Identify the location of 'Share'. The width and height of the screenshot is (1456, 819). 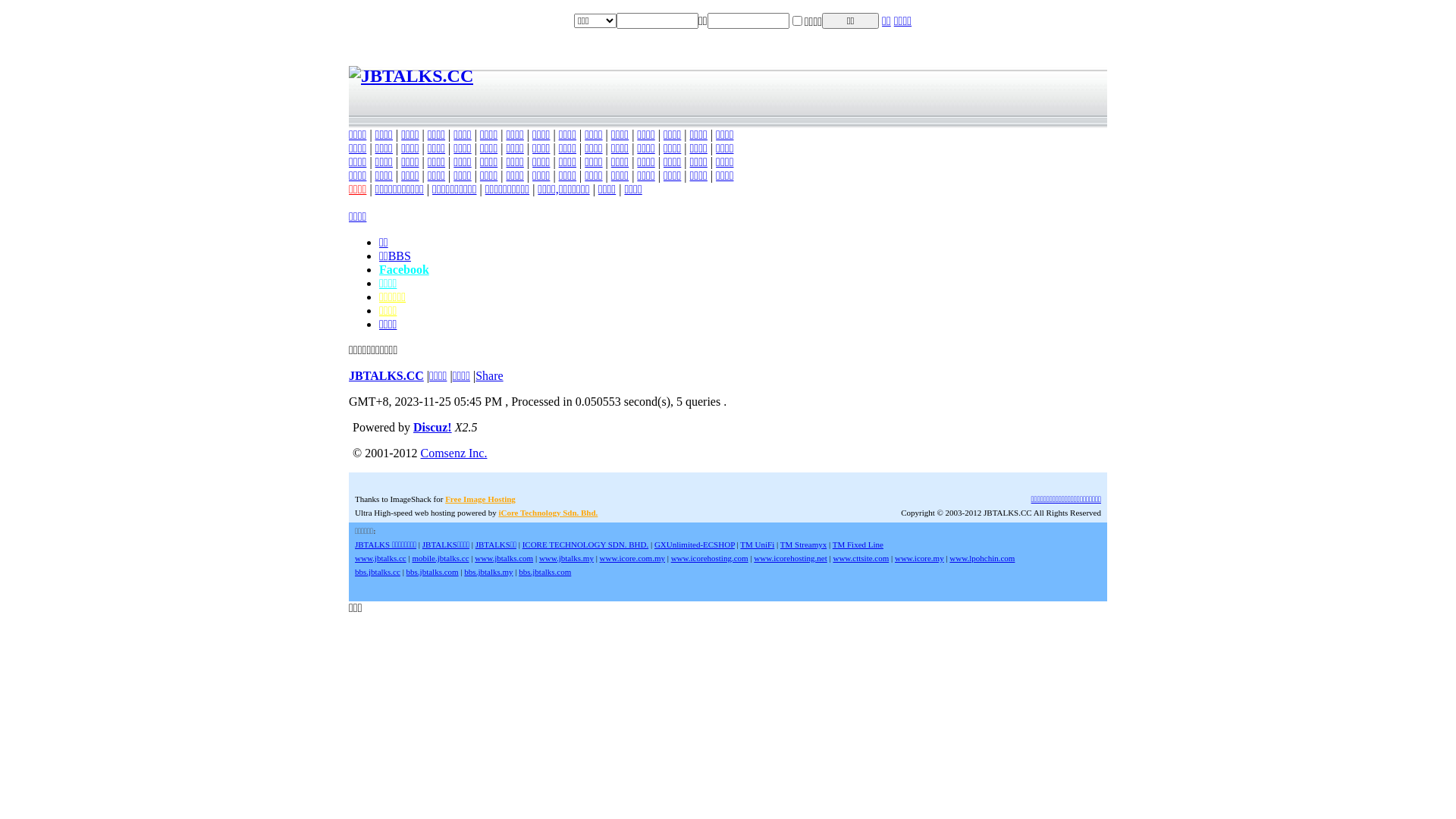
(488, 375).